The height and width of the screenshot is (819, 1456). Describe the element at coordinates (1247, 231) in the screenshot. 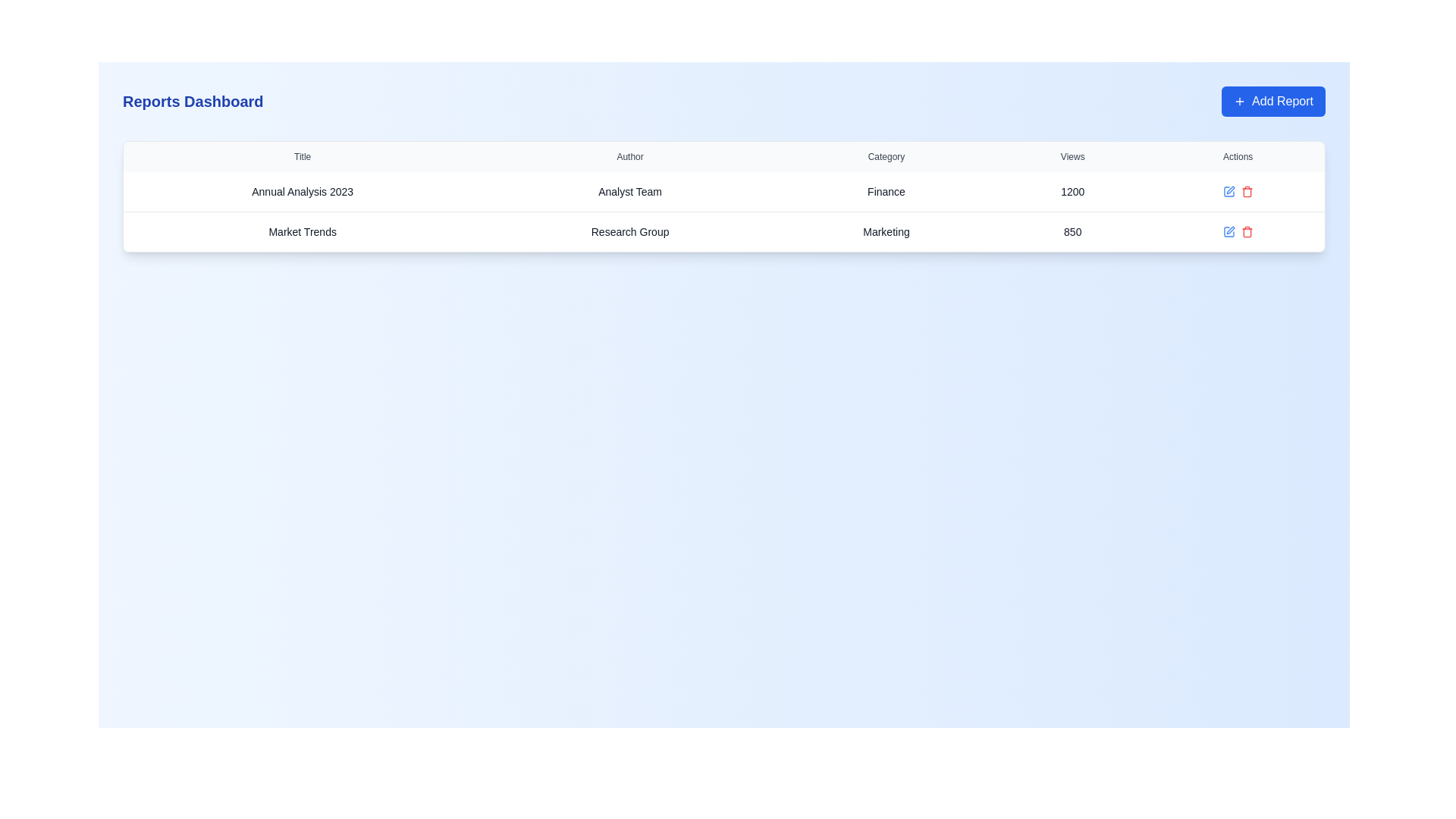

I see `the second icon in the actions column of the table` at that location.